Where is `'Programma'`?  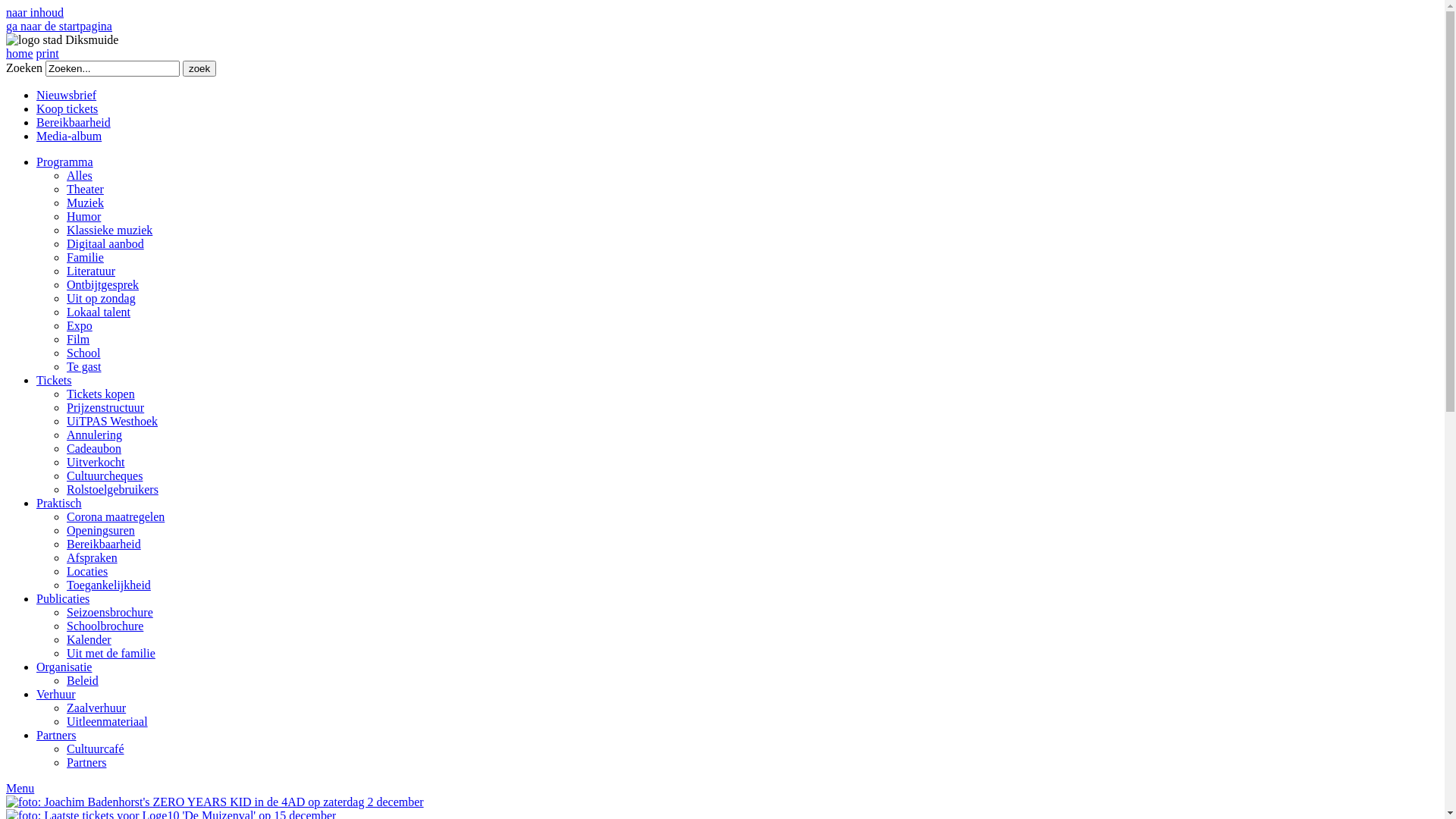 'Programma' is located at coordinates (64, 162).